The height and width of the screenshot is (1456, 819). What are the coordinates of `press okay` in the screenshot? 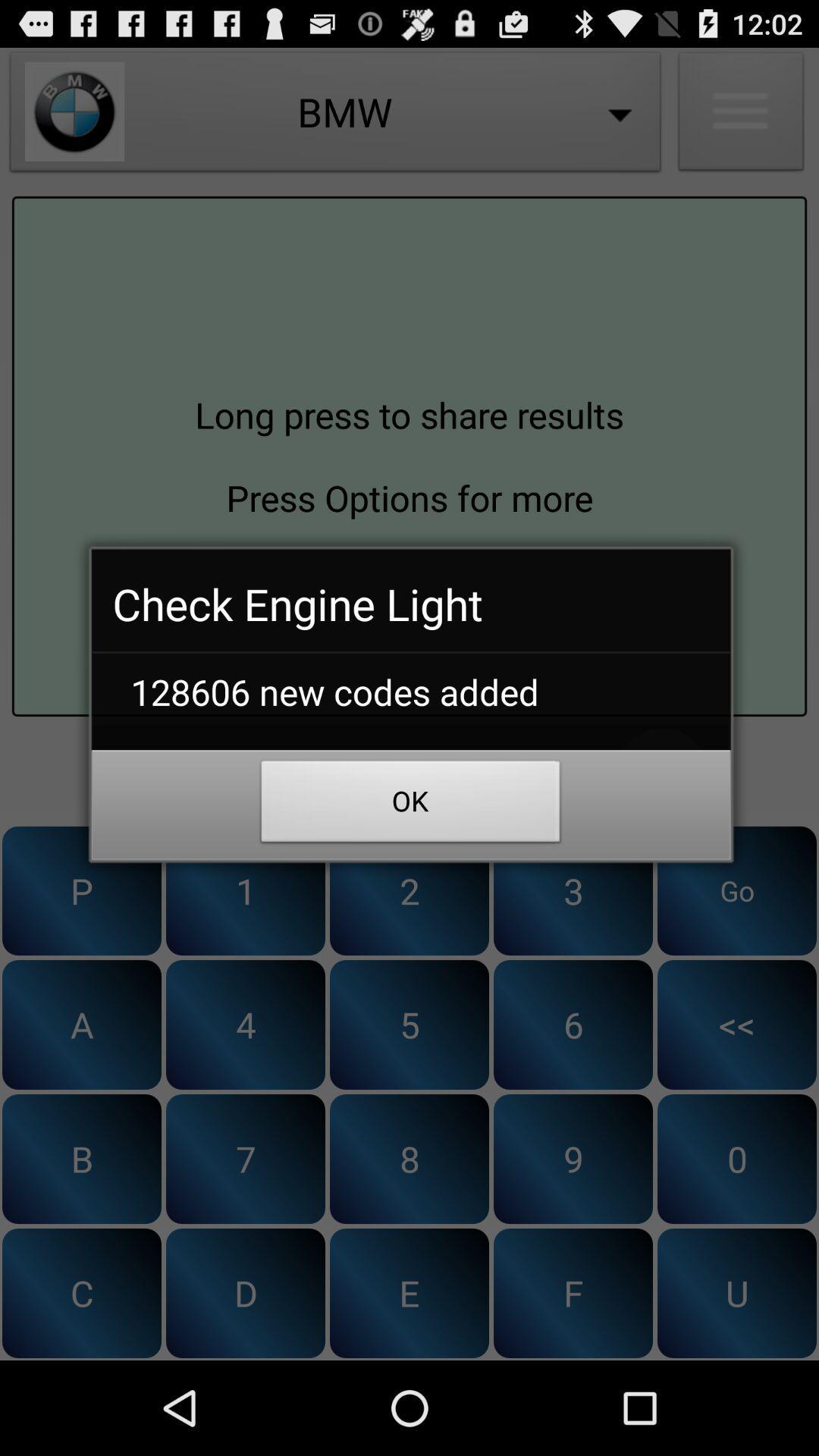 It's located at (409, 774).